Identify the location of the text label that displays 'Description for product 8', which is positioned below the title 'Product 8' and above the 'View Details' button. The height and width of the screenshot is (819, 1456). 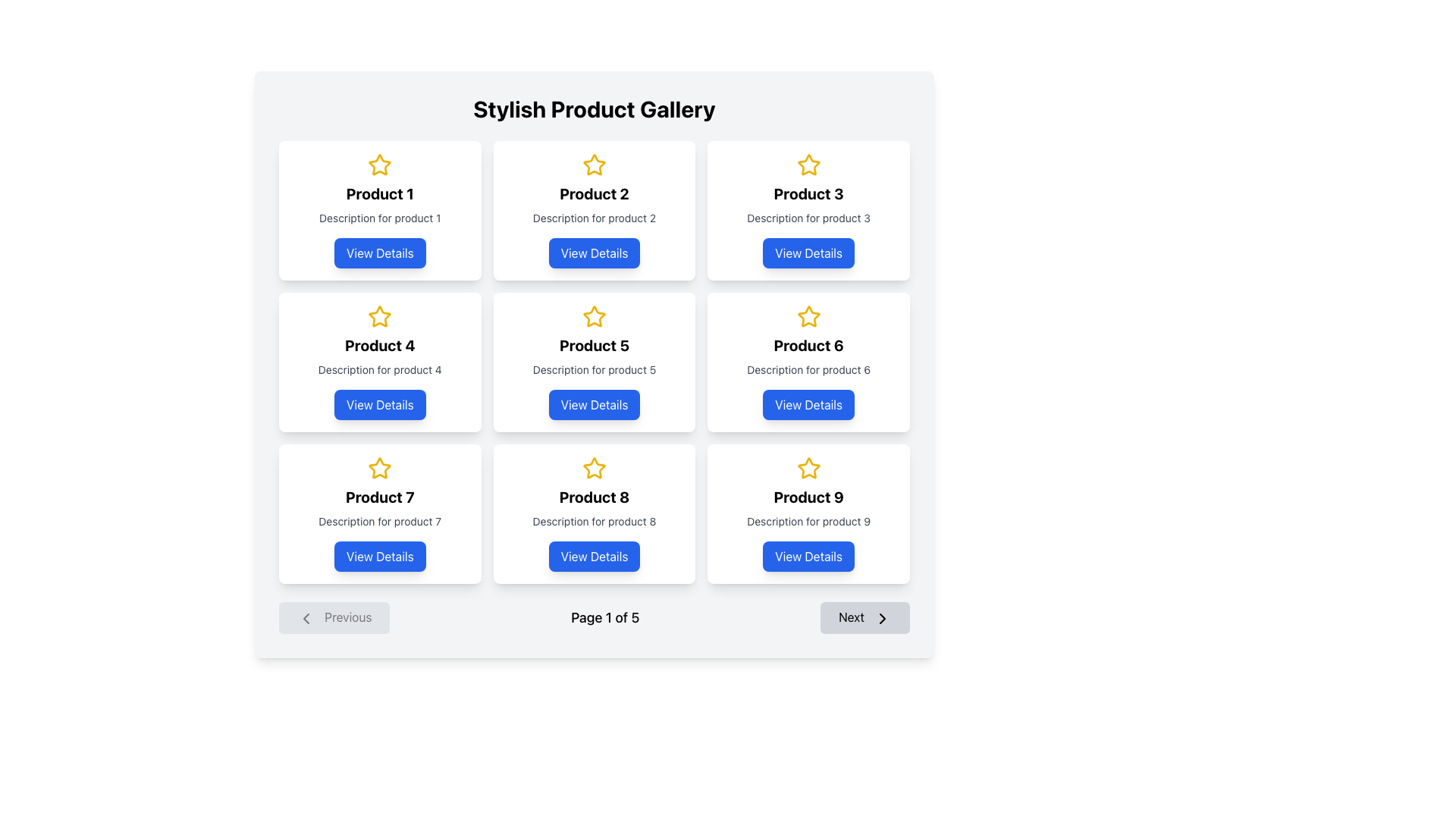
(593, 520).